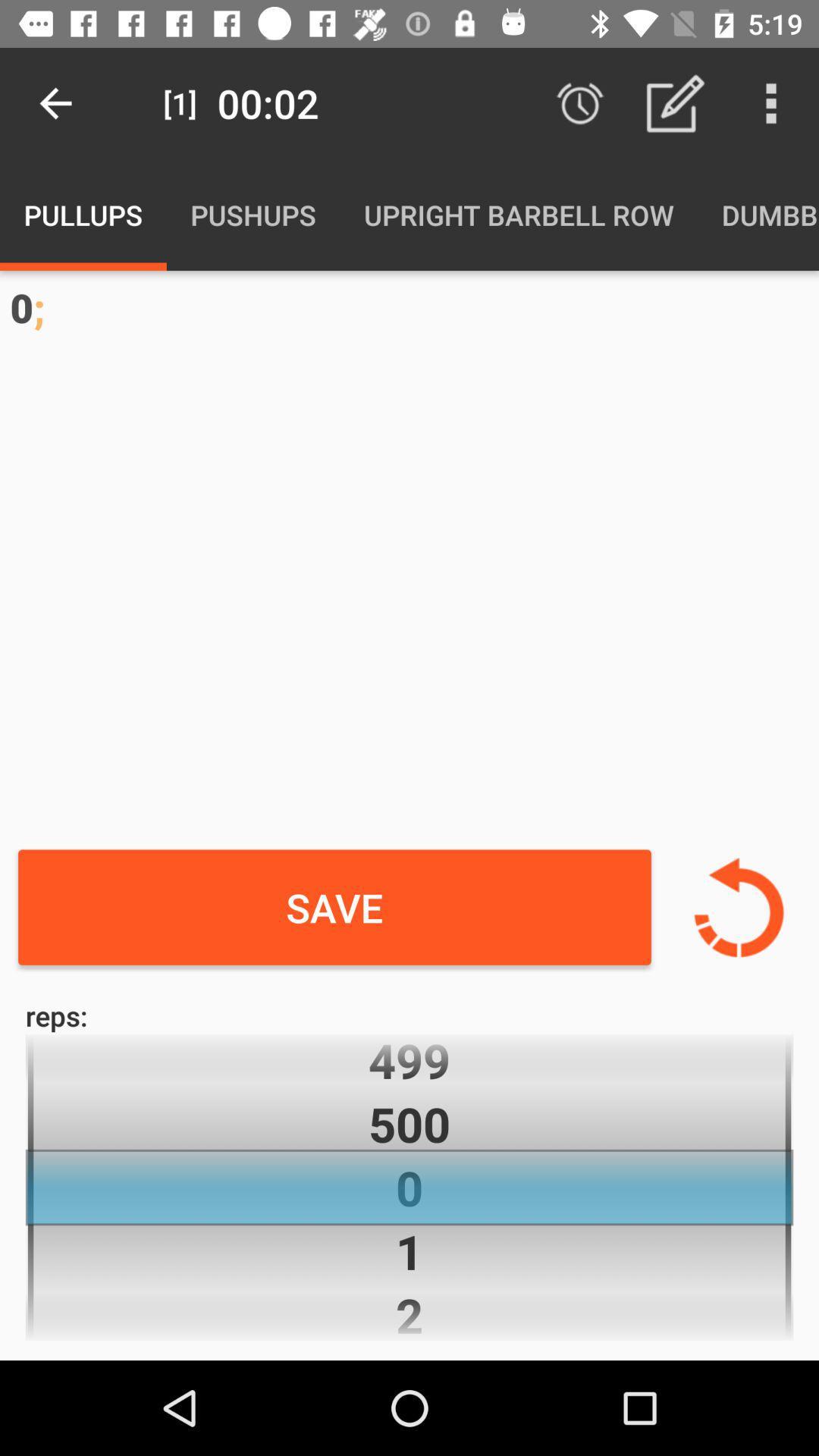  Describe the element at coordinates (738, 907) in the screenshot. I see `undo changes` at that location.